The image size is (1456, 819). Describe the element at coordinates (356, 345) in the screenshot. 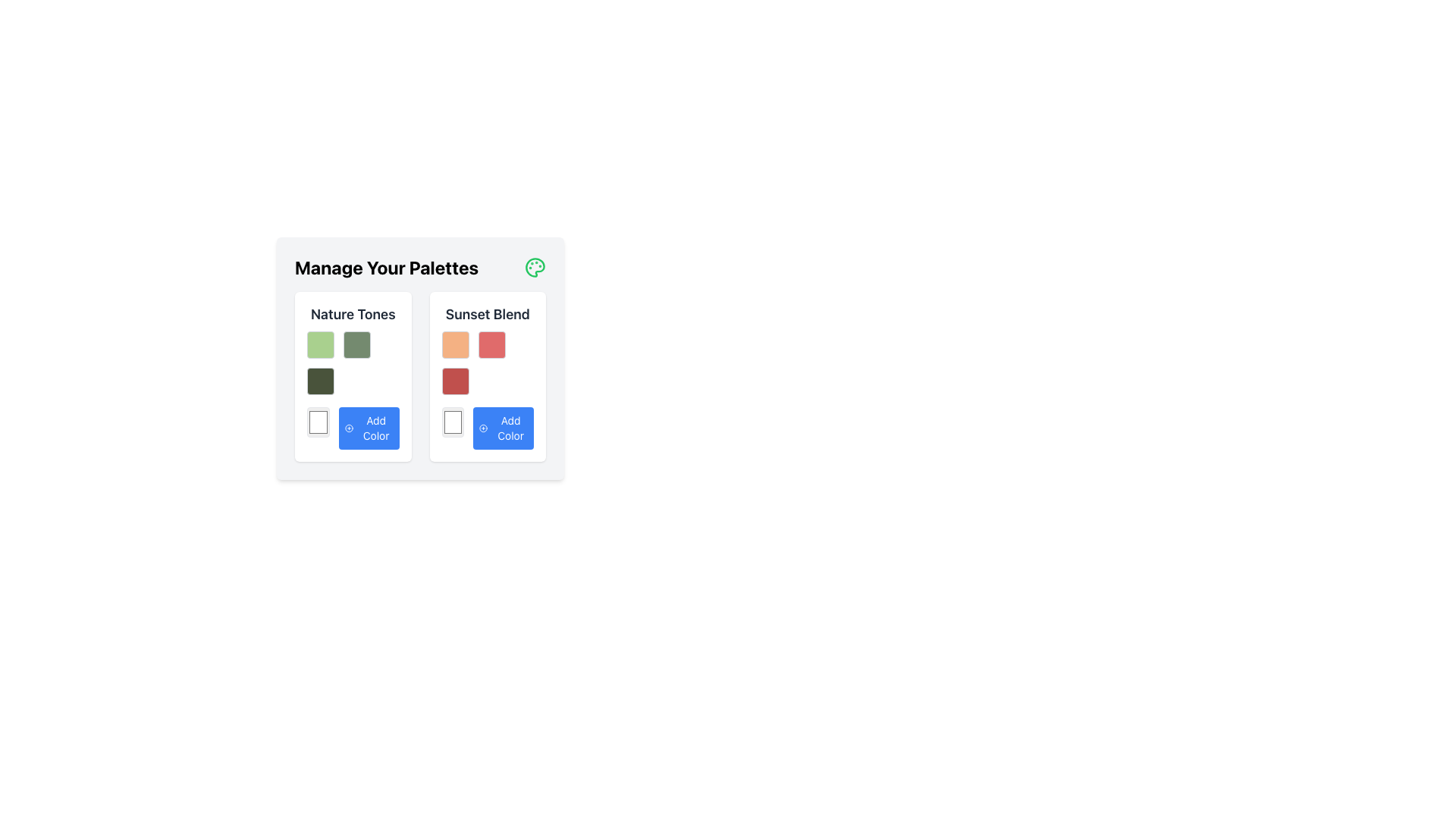

I see `the second color tile in the 2x2 grid under the 'Nature Tones' category` at that location.